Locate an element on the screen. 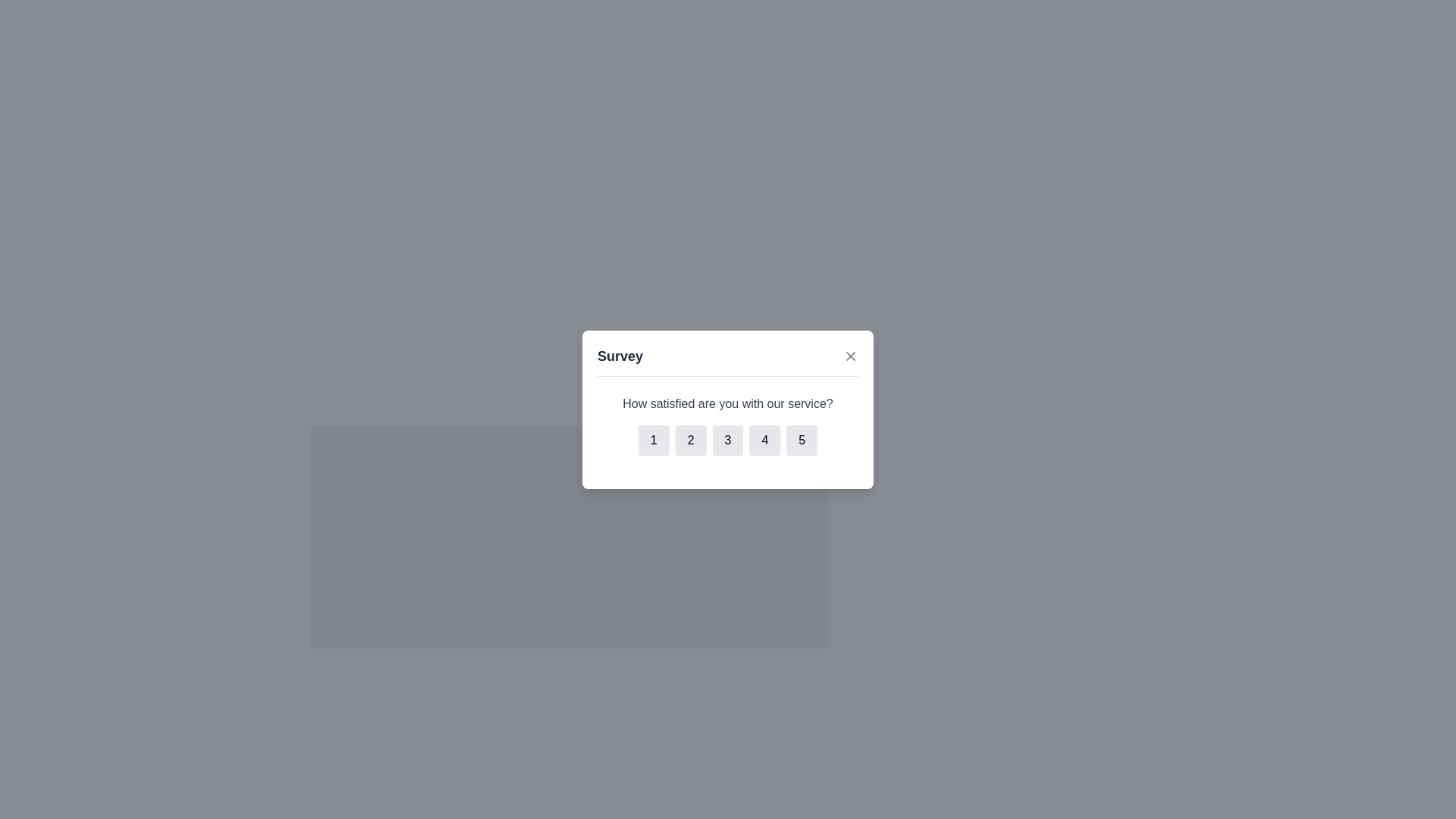 The width and height of the screenshot is (1456, 819). the satisfaction rating button labeled '2' located in the survey interface below the question, 'How satisfied are you with our service?' is located at coordinates (690, 440).